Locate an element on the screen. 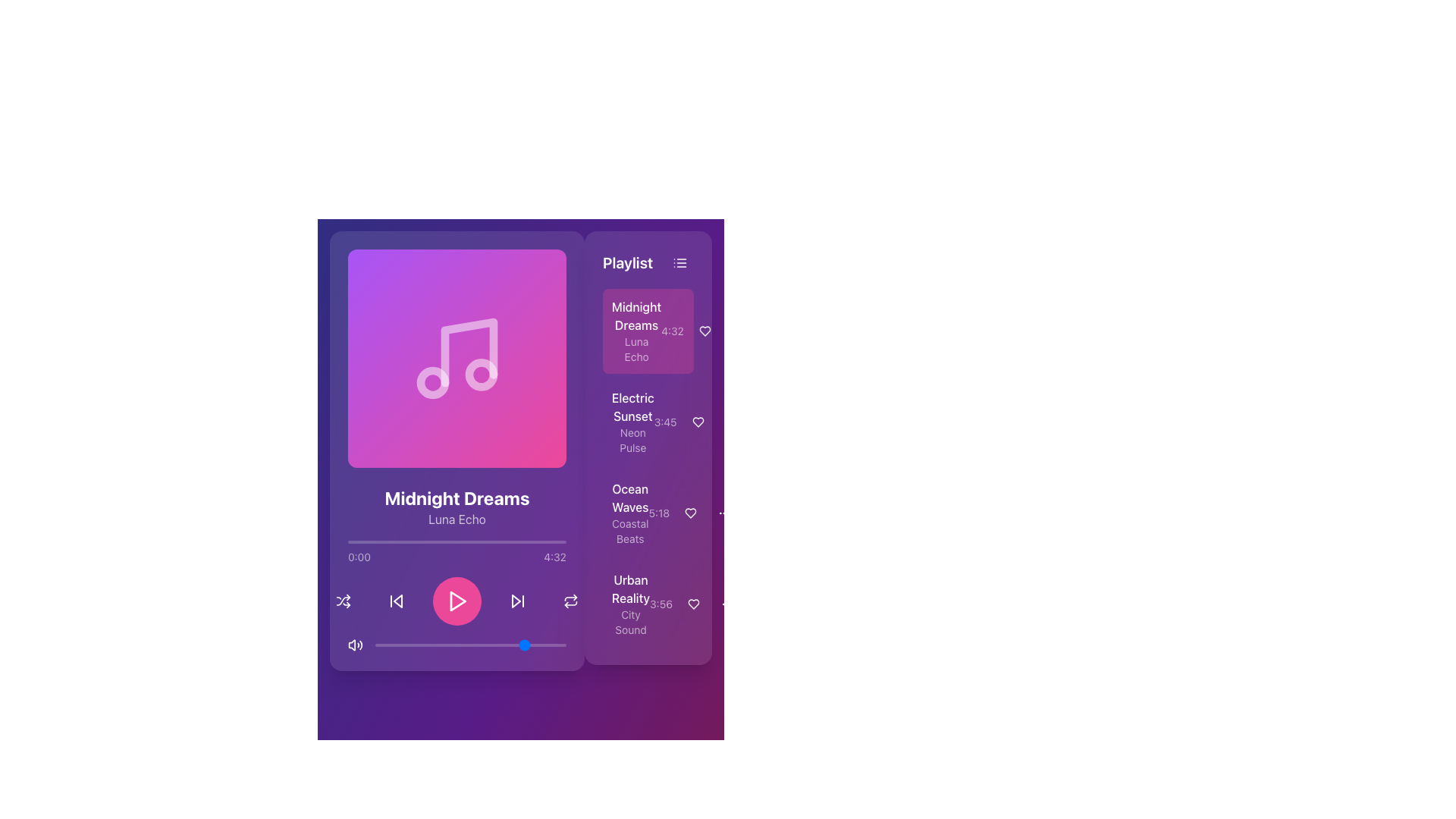 The image size is (1456, 819). playback progress is located at coordinates (474, 645).